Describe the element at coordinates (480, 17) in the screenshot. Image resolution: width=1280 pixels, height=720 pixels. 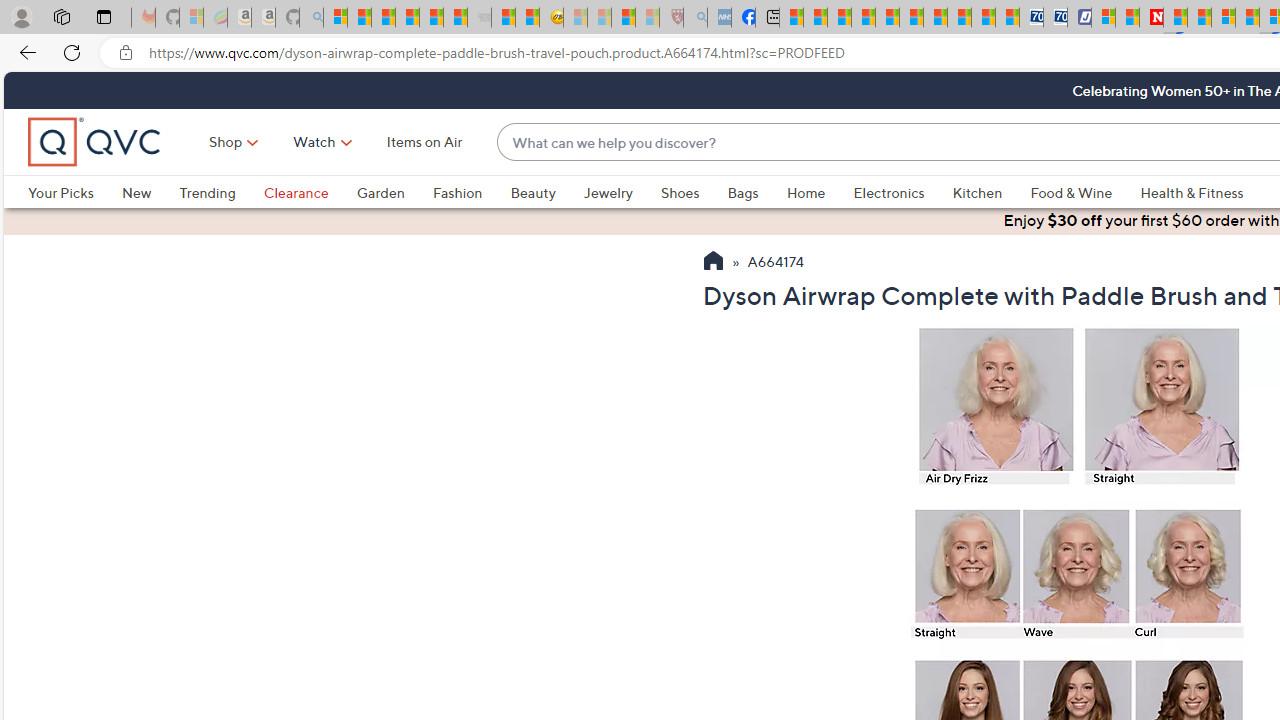
I see `'Combat Siege - Sleeping'` at that location.